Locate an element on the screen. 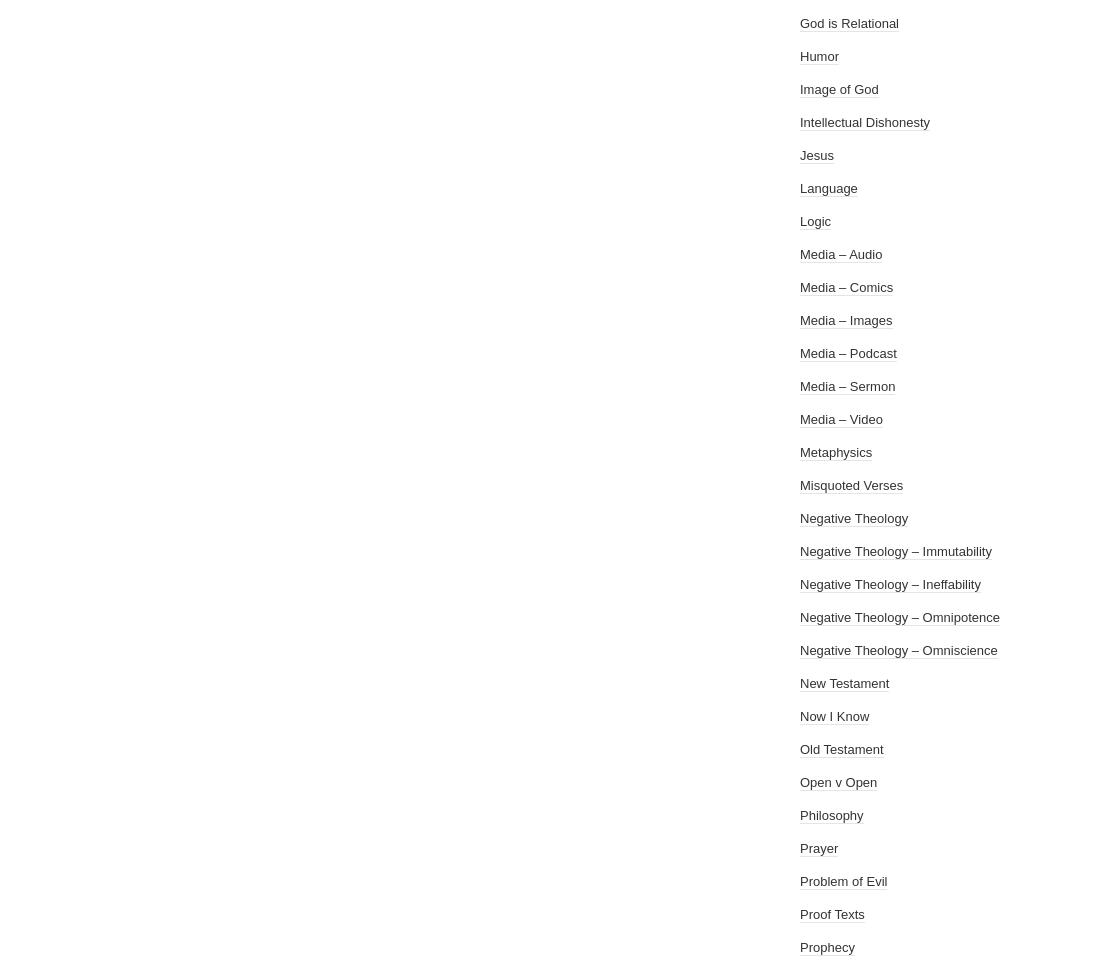 This screenshot has width=1100, height=974. 'Negative Theology' is located at coordinates (853, 518).